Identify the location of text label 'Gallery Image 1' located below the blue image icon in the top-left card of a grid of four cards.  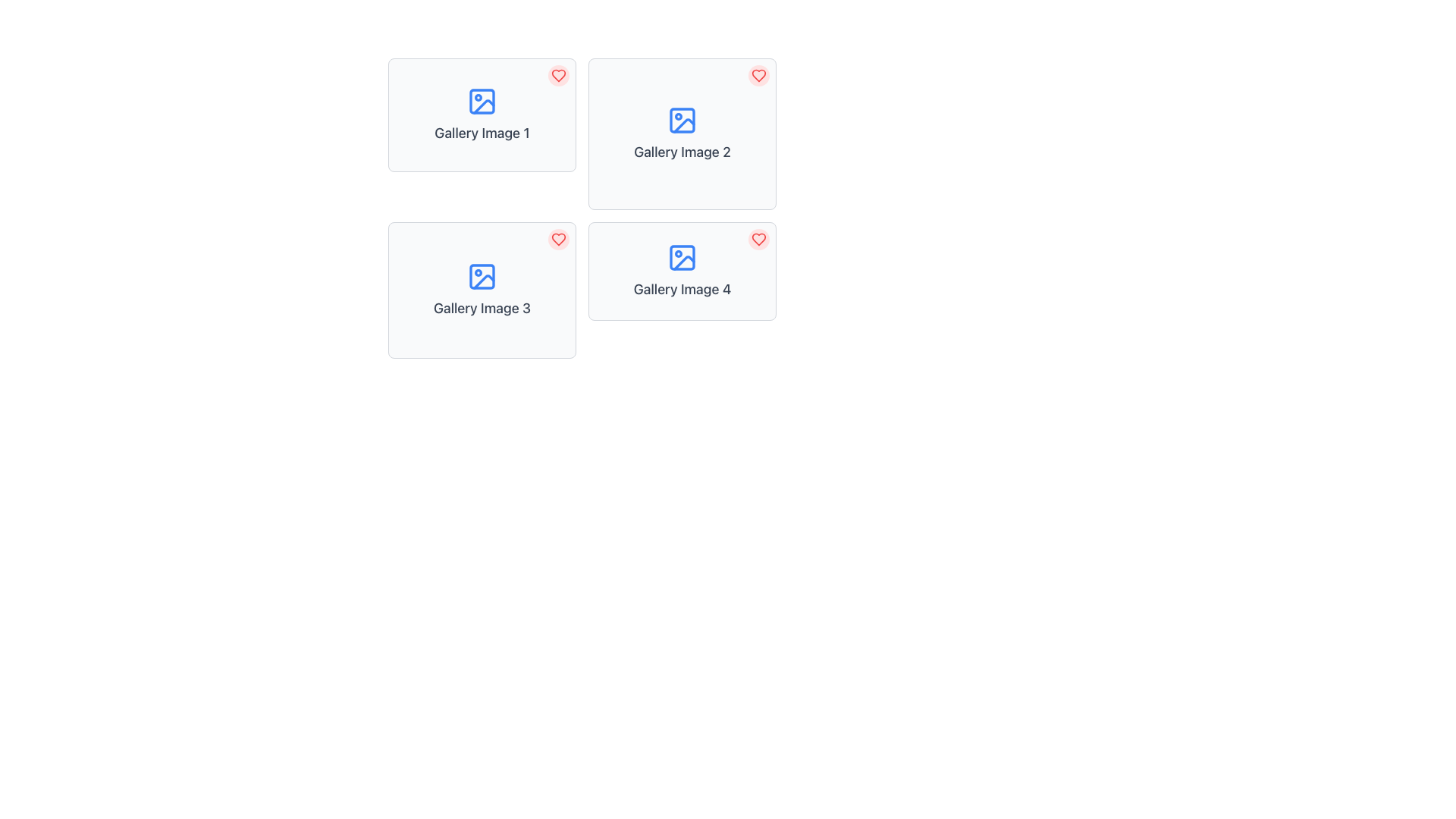
(481, 133).